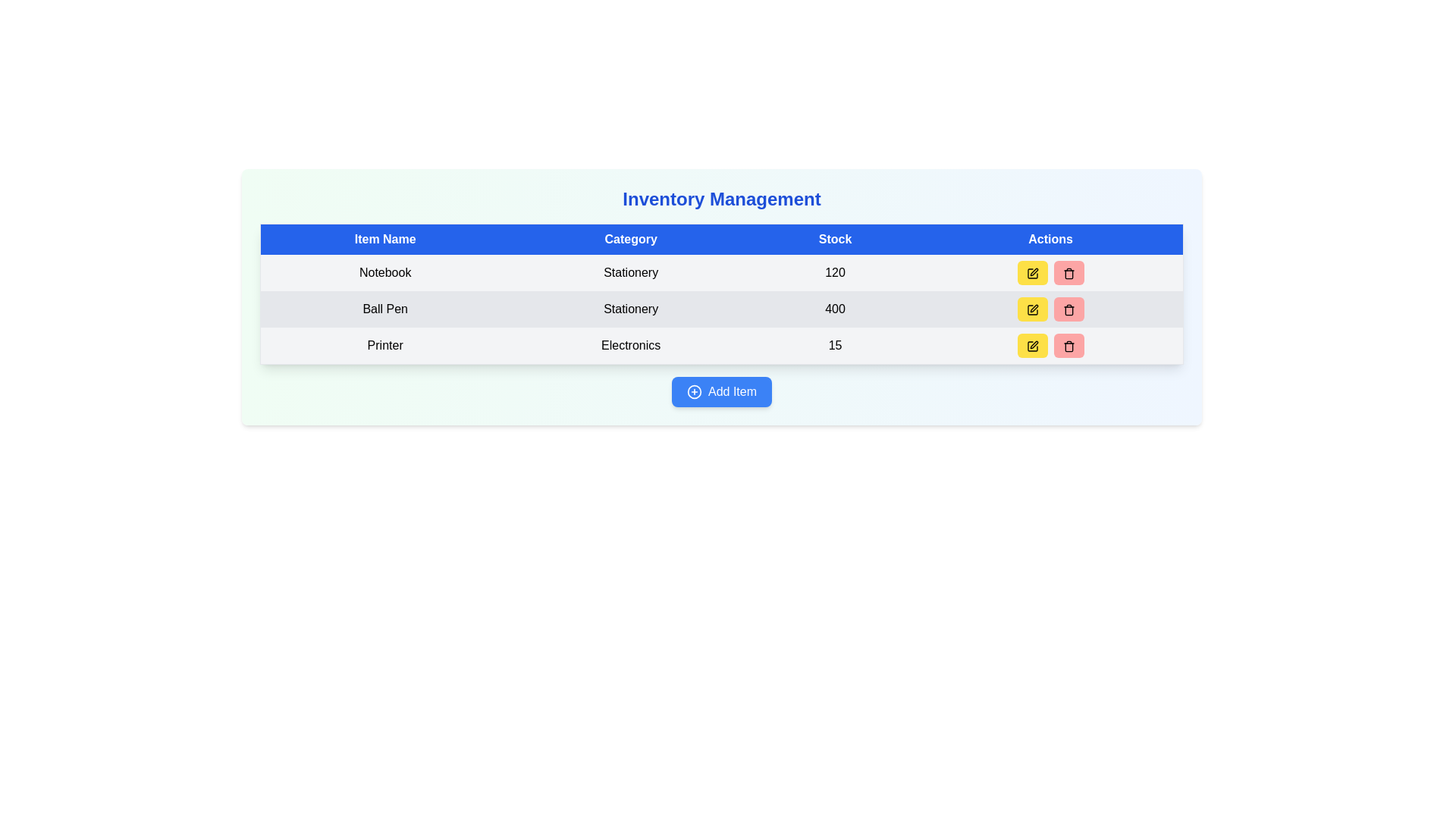 The height and width of the screenshot is (819, 1456). I want to click on the trash icon button located in the third row of the table under the 'Actions' column to possibly see a tooltip, so click(1068, 309).